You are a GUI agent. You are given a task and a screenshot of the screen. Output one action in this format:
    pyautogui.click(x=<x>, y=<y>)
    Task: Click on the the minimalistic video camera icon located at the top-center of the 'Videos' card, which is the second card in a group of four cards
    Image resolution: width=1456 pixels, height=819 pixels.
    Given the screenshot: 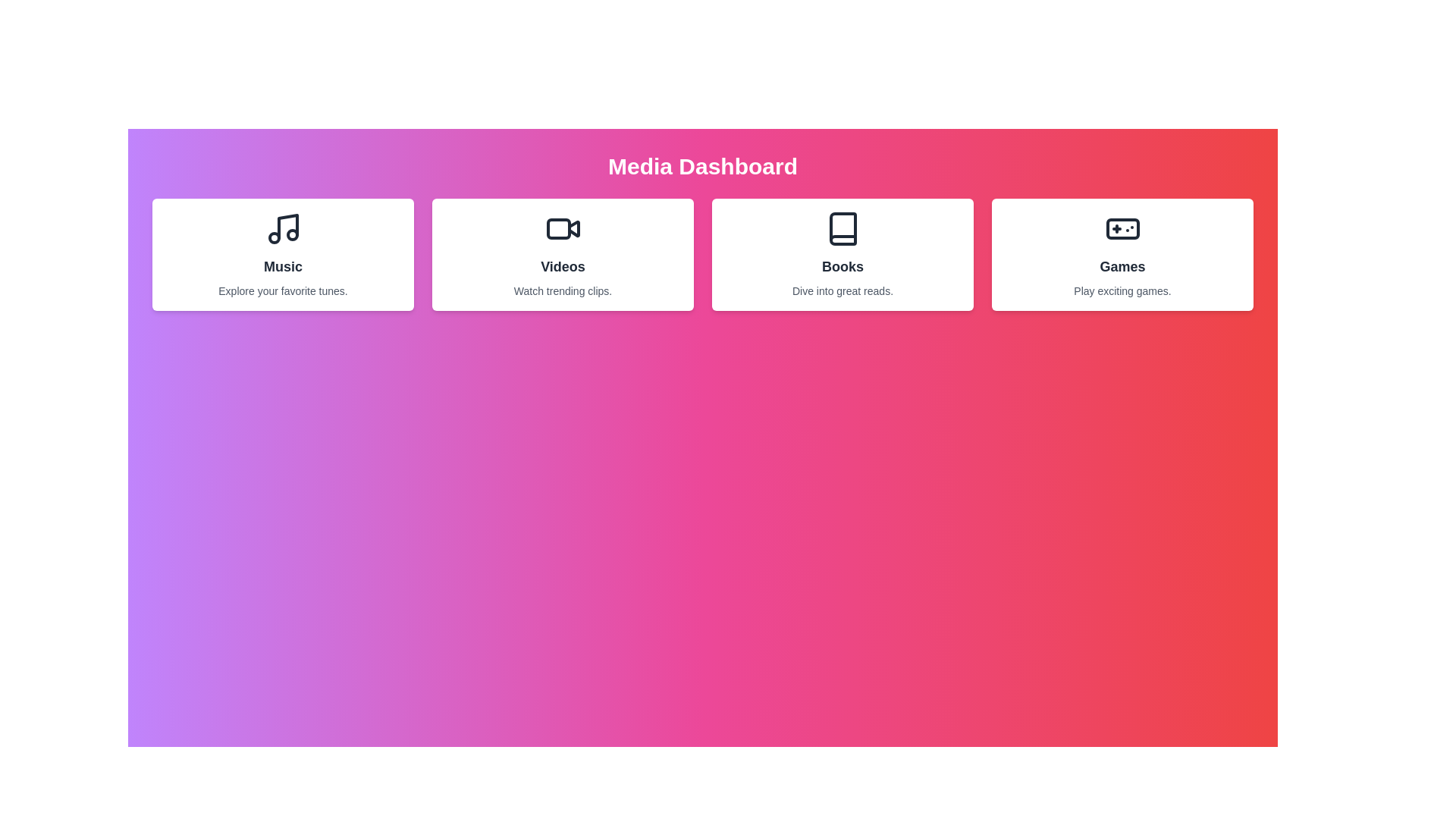 What is the action you would take?
    pyautogui.click(x=562, y=228)
    